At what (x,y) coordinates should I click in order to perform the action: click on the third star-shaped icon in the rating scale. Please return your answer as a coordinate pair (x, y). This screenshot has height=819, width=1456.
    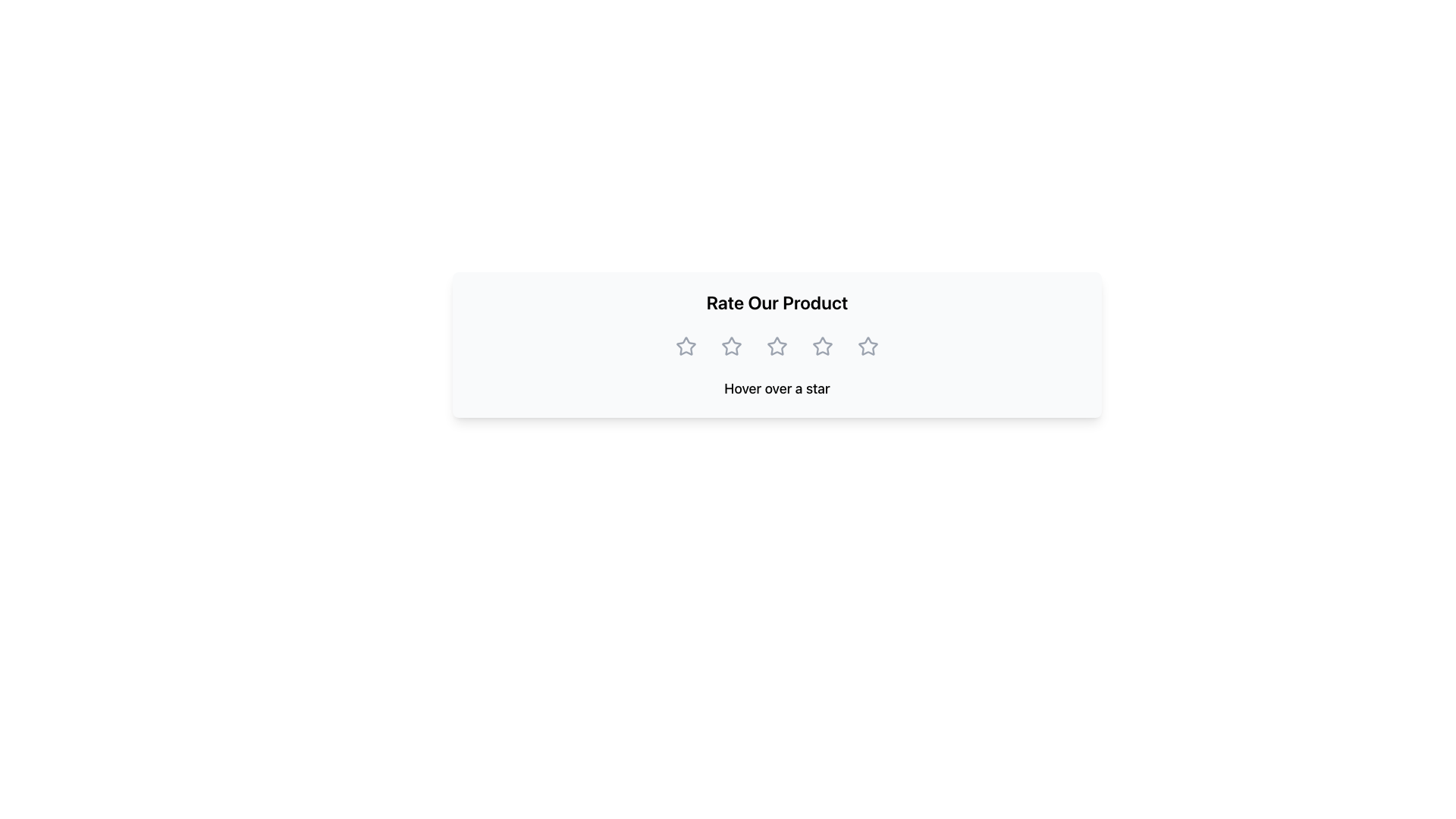
    Looking at the image, I should click on (821, 346).